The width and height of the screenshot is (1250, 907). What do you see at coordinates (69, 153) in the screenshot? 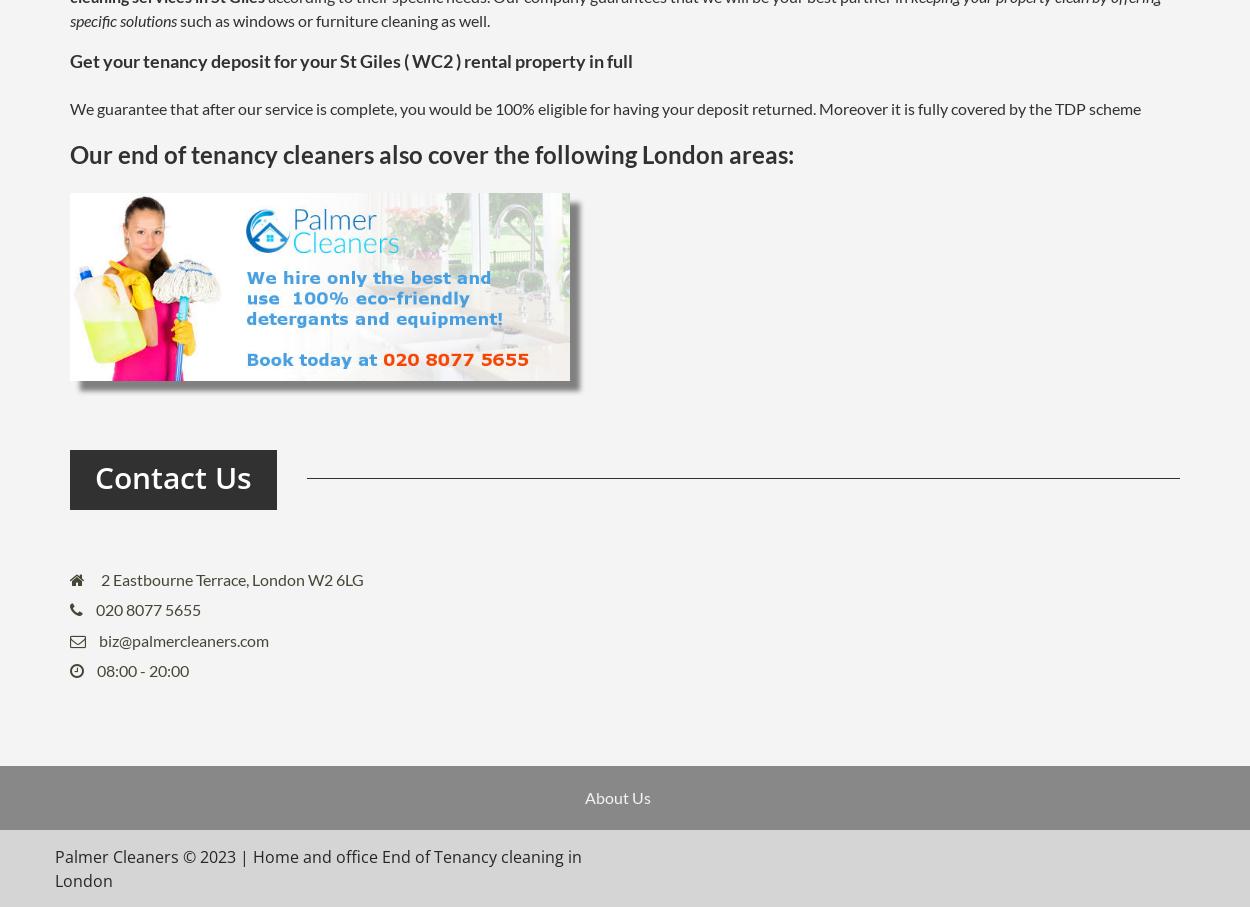
I see `'Our end of tenancy cleaners also cover the following London areas:'` at bounding box center [69, 153].